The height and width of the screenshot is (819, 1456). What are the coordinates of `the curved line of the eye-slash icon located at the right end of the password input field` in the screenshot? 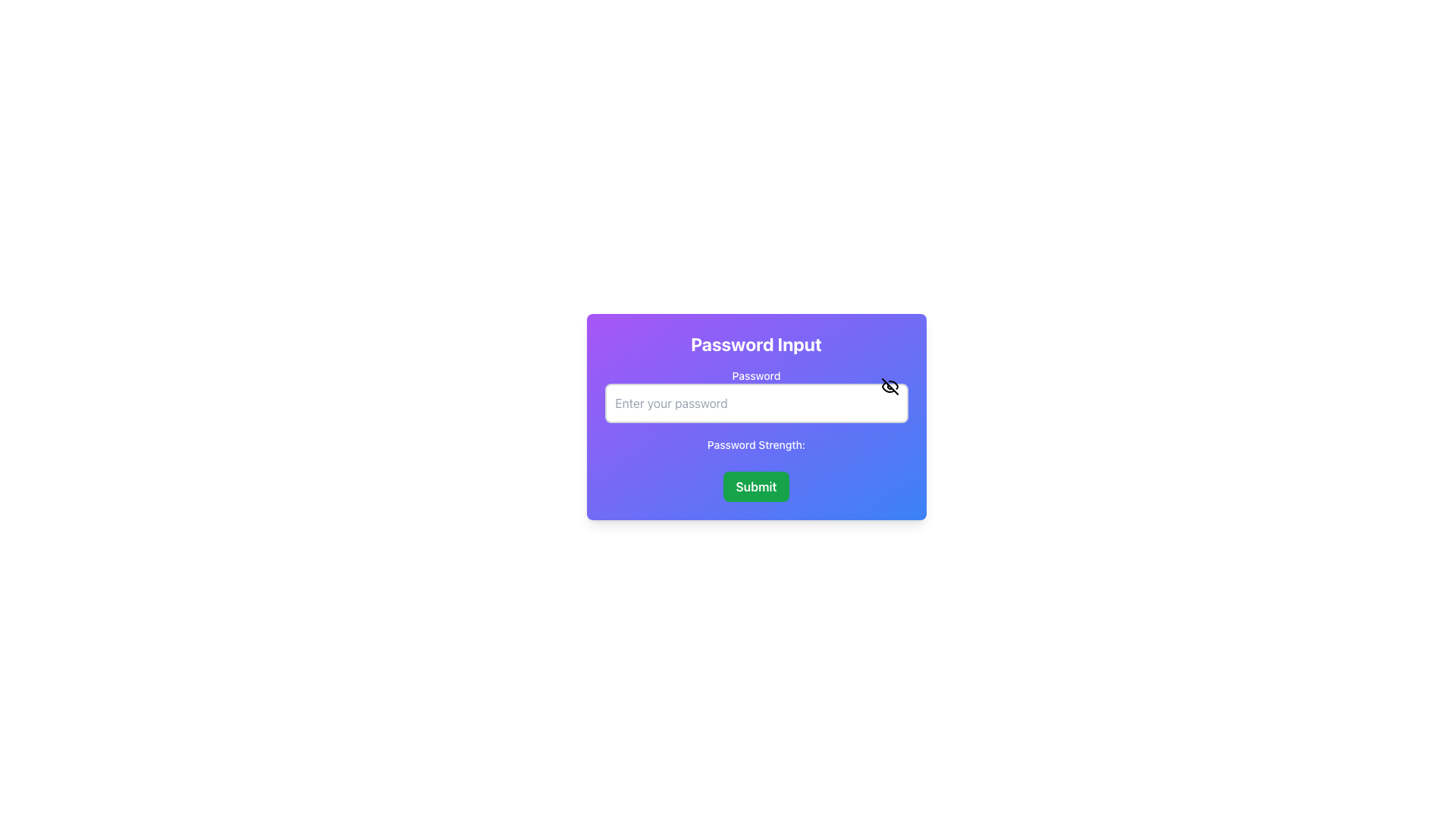 It's located at (893, 384).